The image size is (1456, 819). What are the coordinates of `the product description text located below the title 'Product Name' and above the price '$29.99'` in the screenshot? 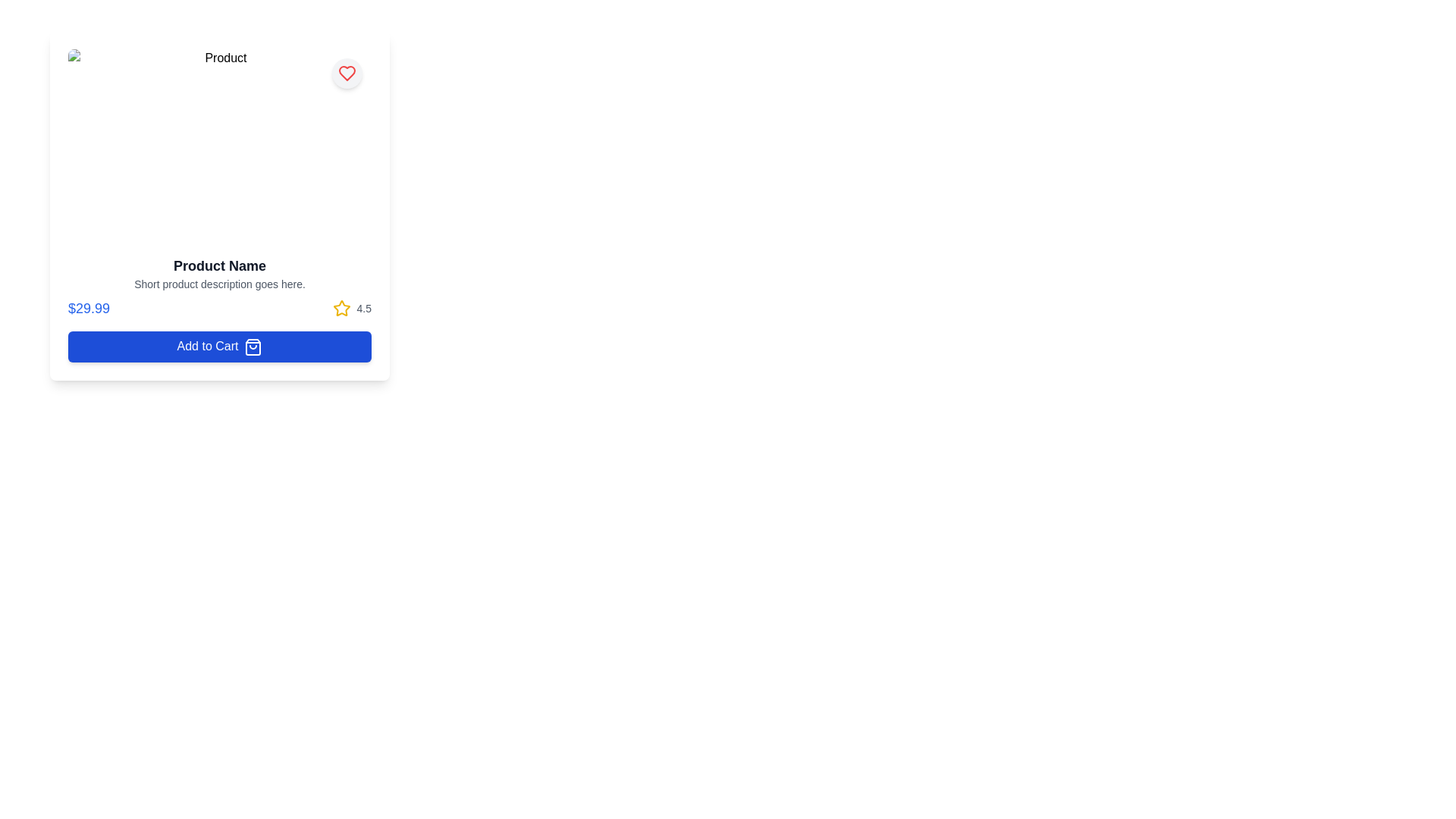 It's located at (218, 284).